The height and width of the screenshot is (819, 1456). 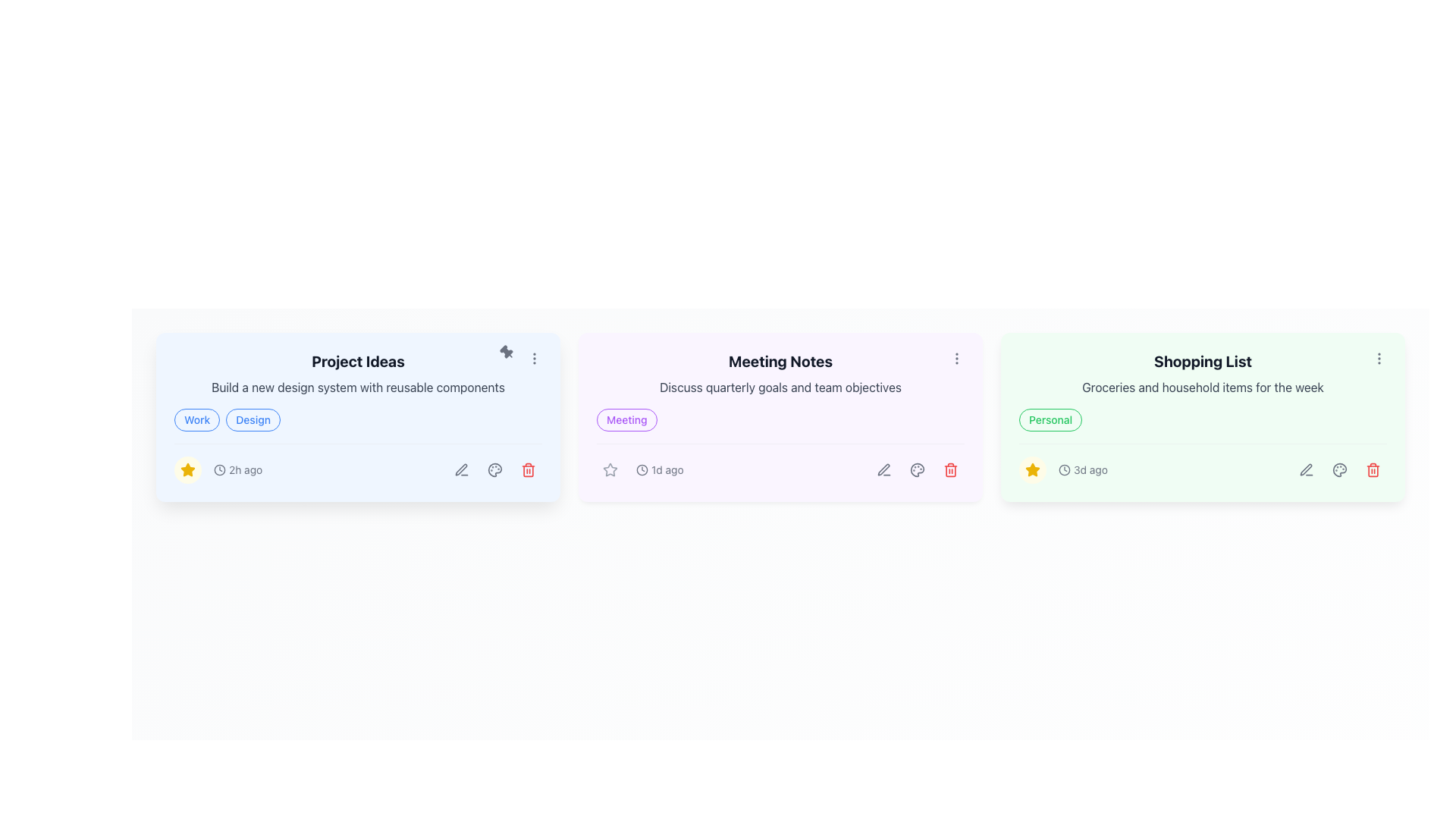 What do you see at coordinates (1050, 420) in the screenshot?
I see `the design of the Tag label that categorizes the 'Shopping List' card under 'Personal', located below the section title in the 'Shopping List' area` at bounding box center [1050, 420].